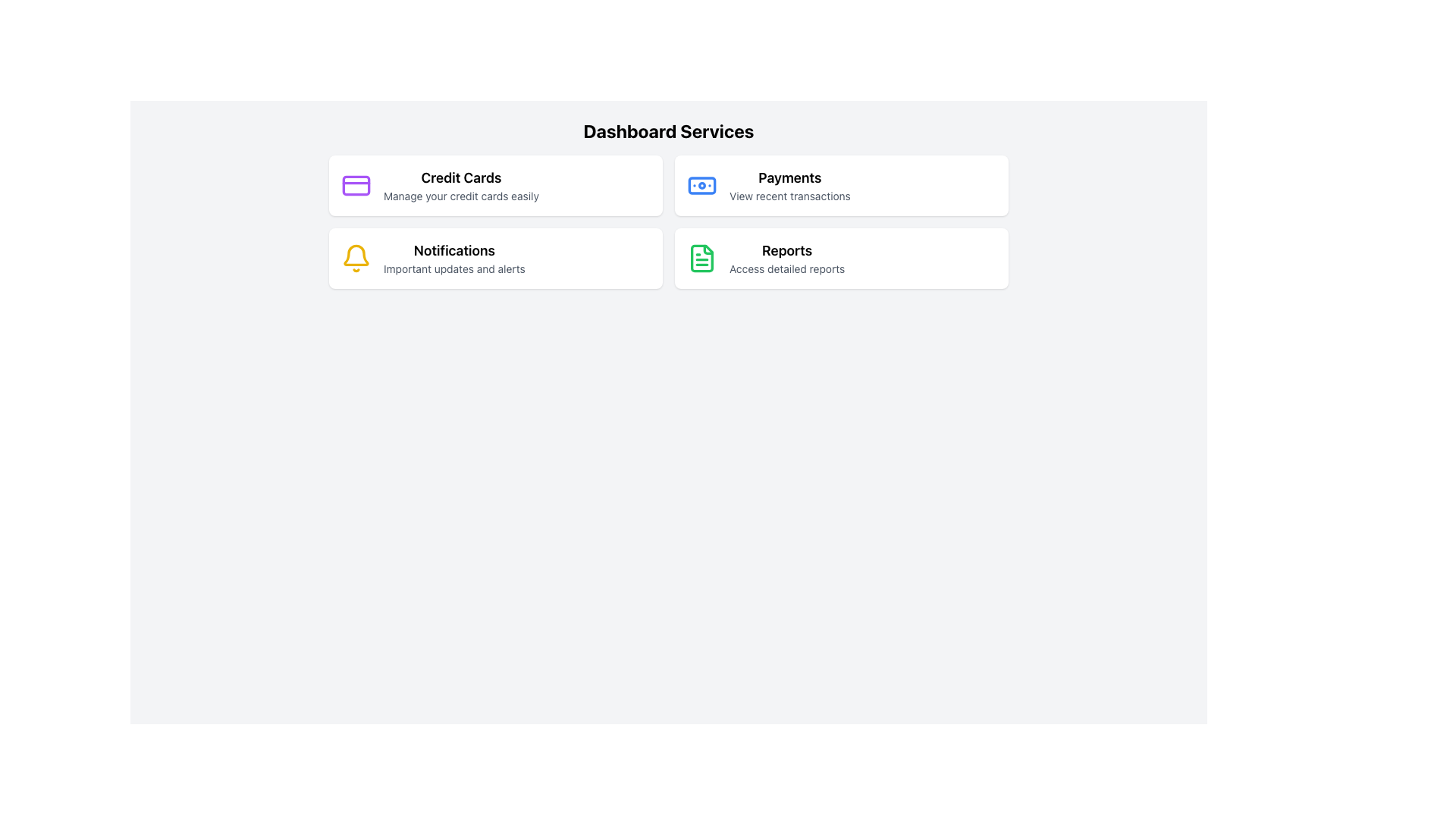  What do you see at coordinates (789, 185) in the screenshot?
I see `details from the Text Label Group that guides users to access payment-related features or transaction history, located in the upper-right quadrant of the interface` at bounding box center [789, 185].